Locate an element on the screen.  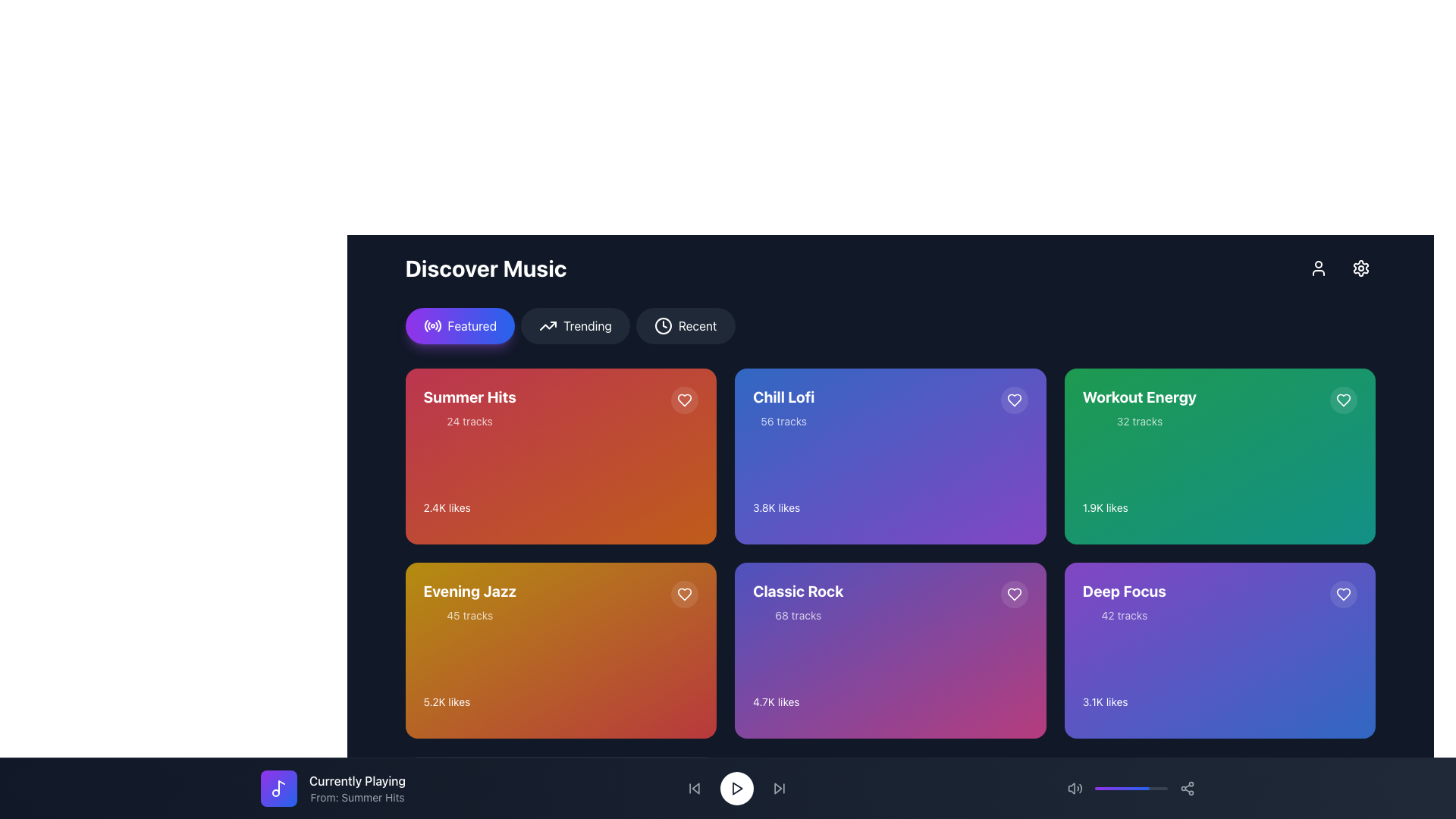
the 'Classic Rock' textual information display component is located at coordinates (797, 601).